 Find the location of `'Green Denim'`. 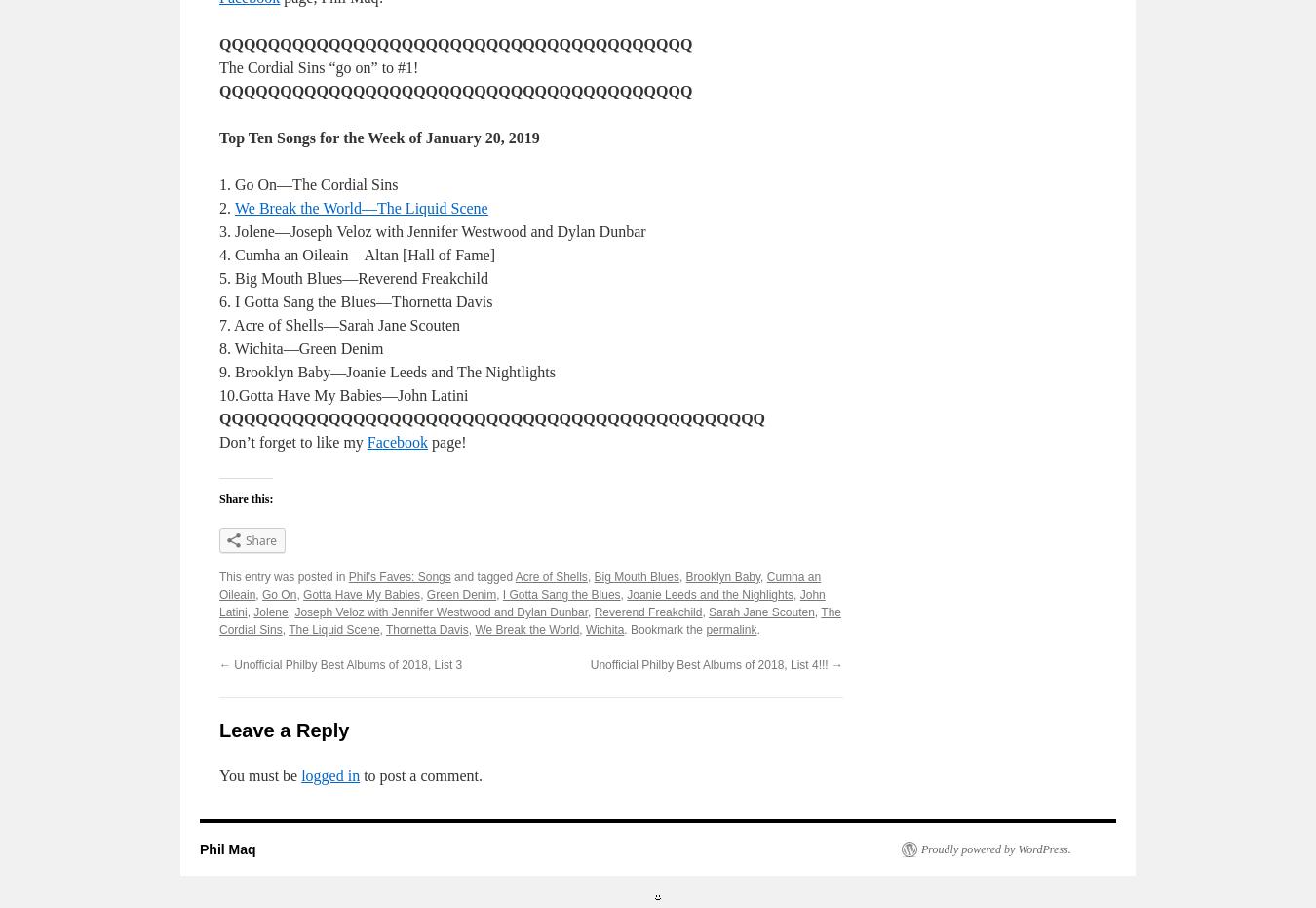

'Green Denim' is located at coordinates (460, 594).